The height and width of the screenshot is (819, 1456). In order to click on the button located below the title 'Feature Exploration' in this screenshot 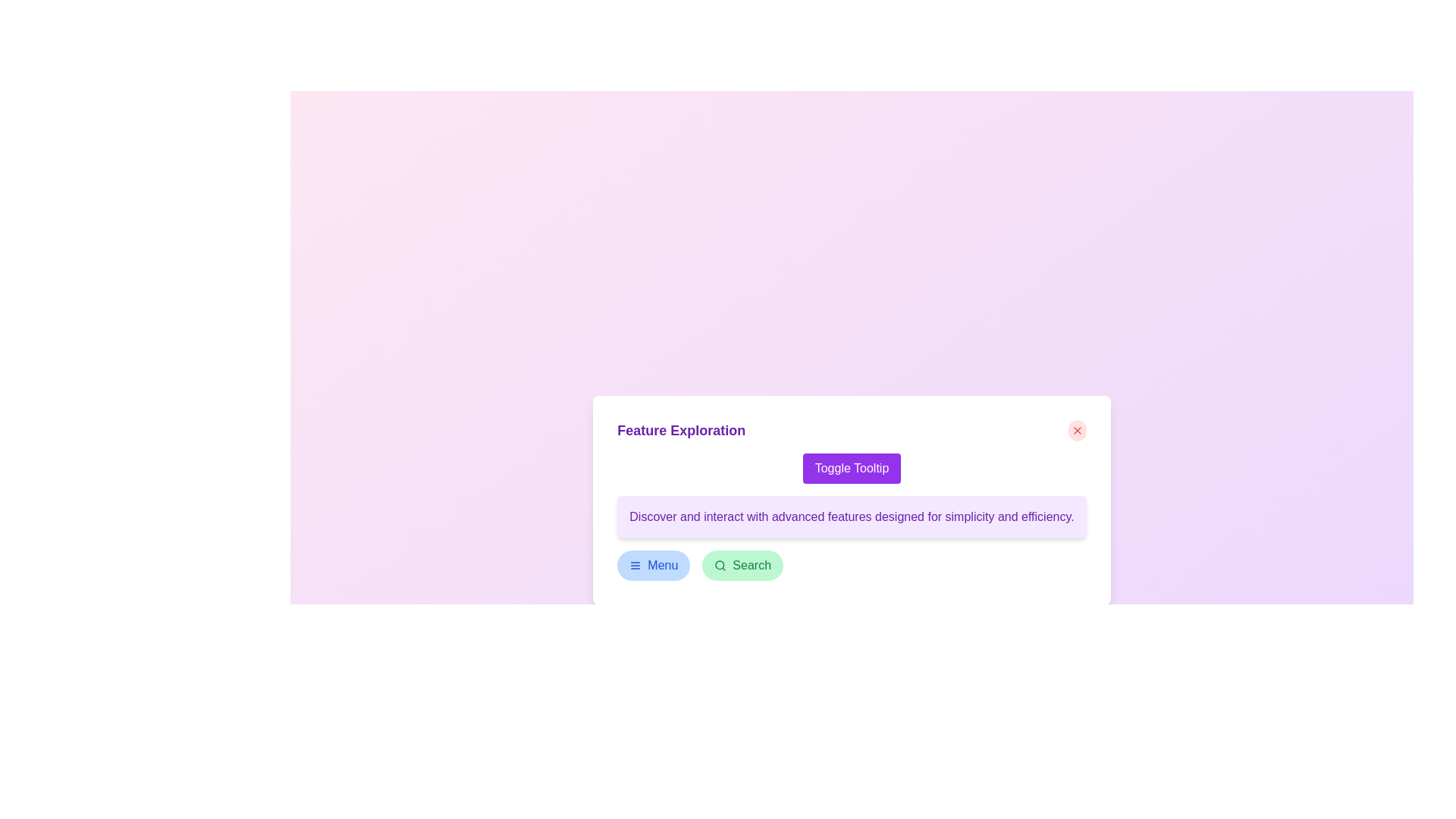, I will do `click(852, 500)`.